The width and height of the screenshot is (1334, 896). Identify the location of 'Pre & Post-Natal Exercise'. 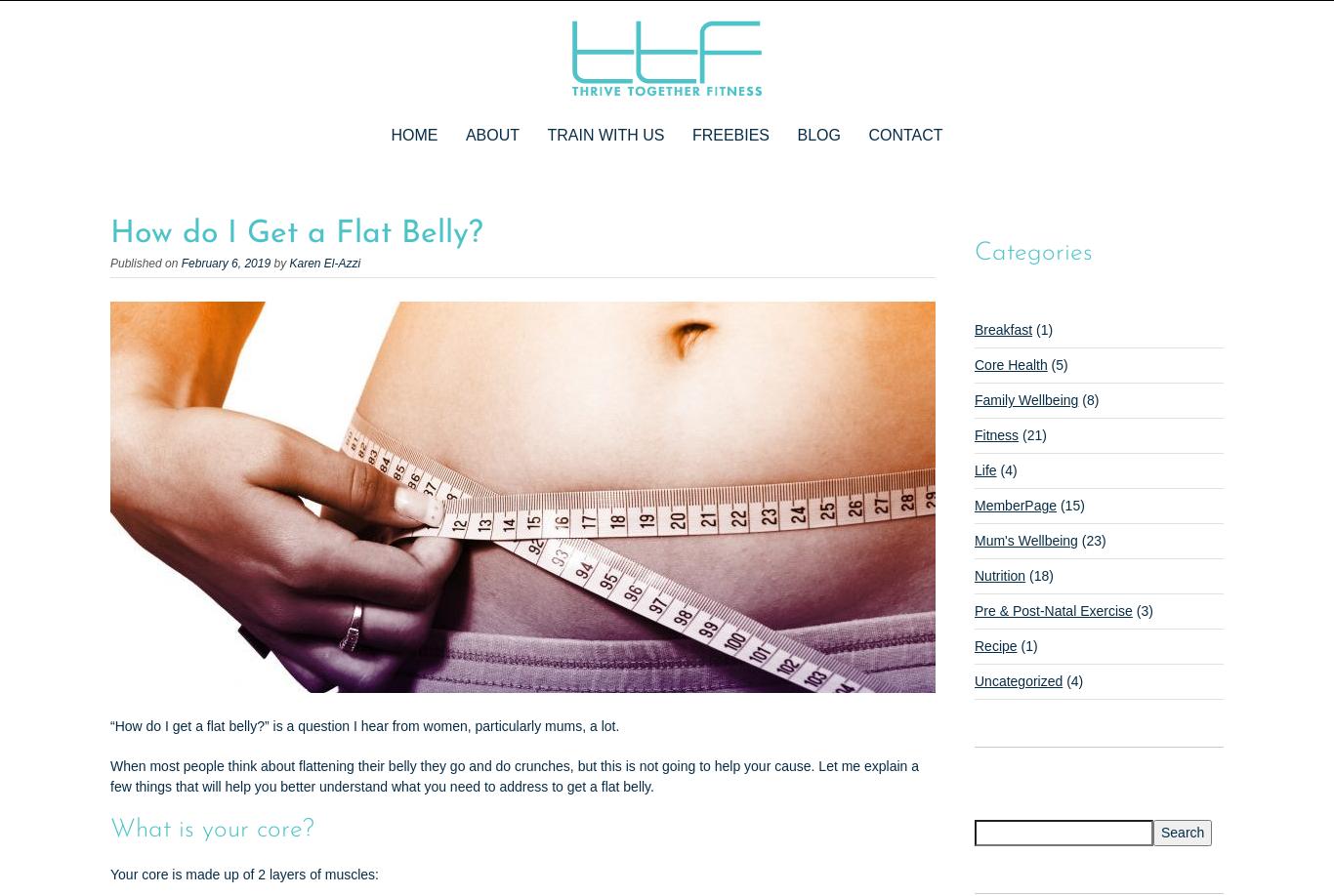
(1052, 610).